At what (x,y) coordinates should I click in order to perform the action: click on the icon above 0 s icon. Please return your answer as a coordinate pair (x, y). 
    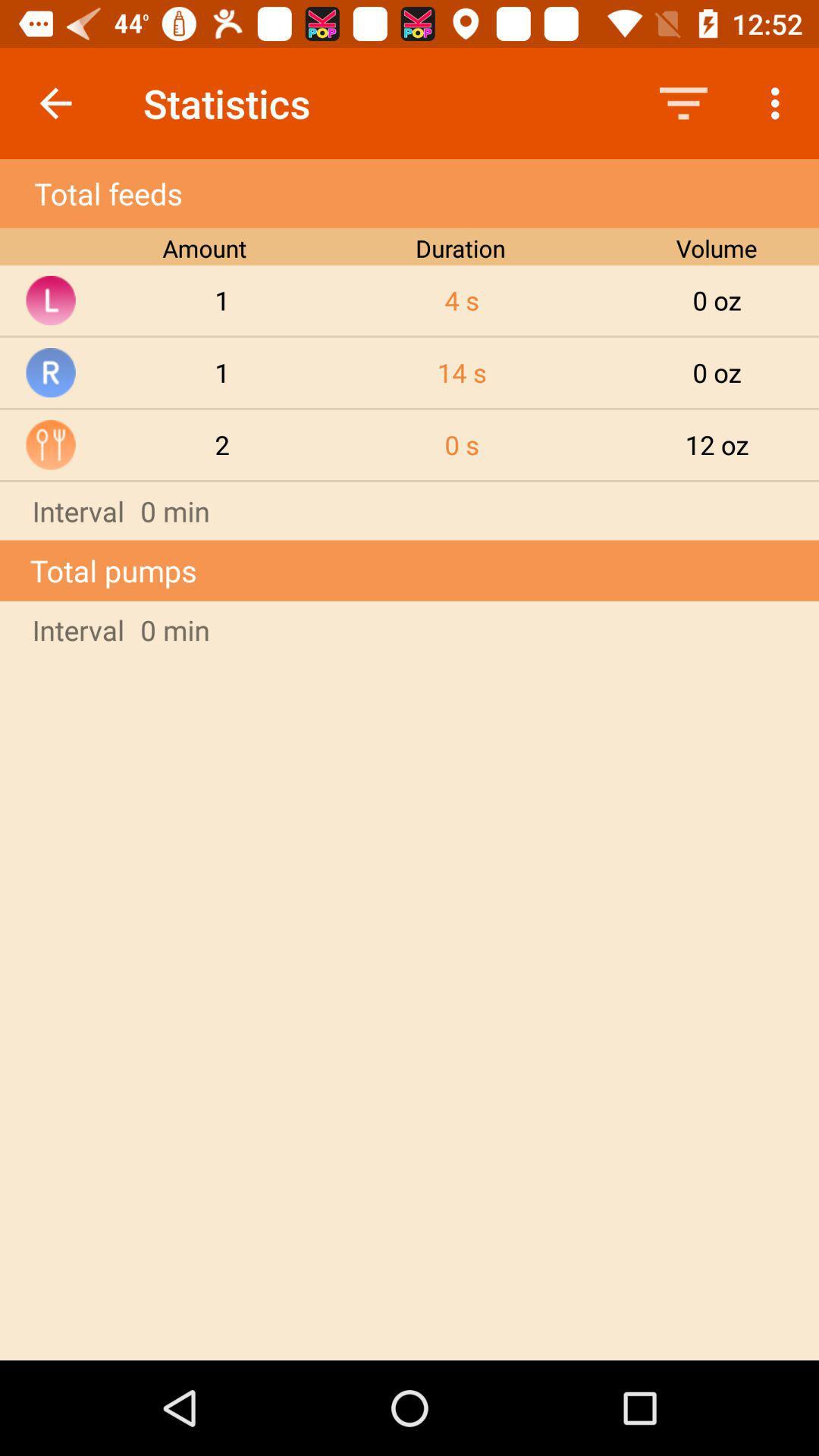
    Looking at the image, I should click on (461, 372).